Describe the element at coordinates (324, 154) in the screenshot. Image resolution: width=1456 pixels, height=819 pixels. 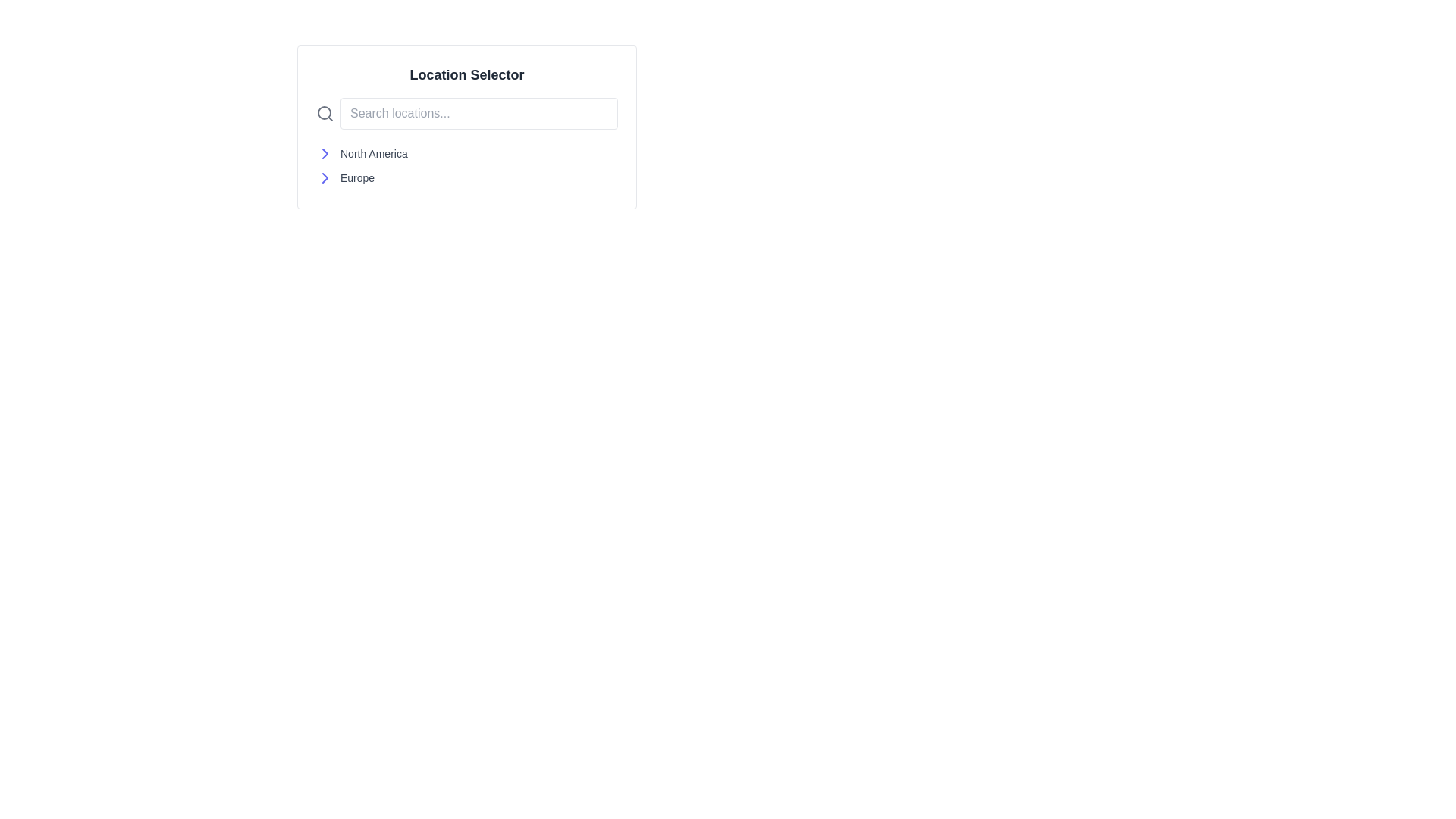
I see `the rightward-pointing chevron icon in indigo color, located to the left of the text 'North America'` at that location.